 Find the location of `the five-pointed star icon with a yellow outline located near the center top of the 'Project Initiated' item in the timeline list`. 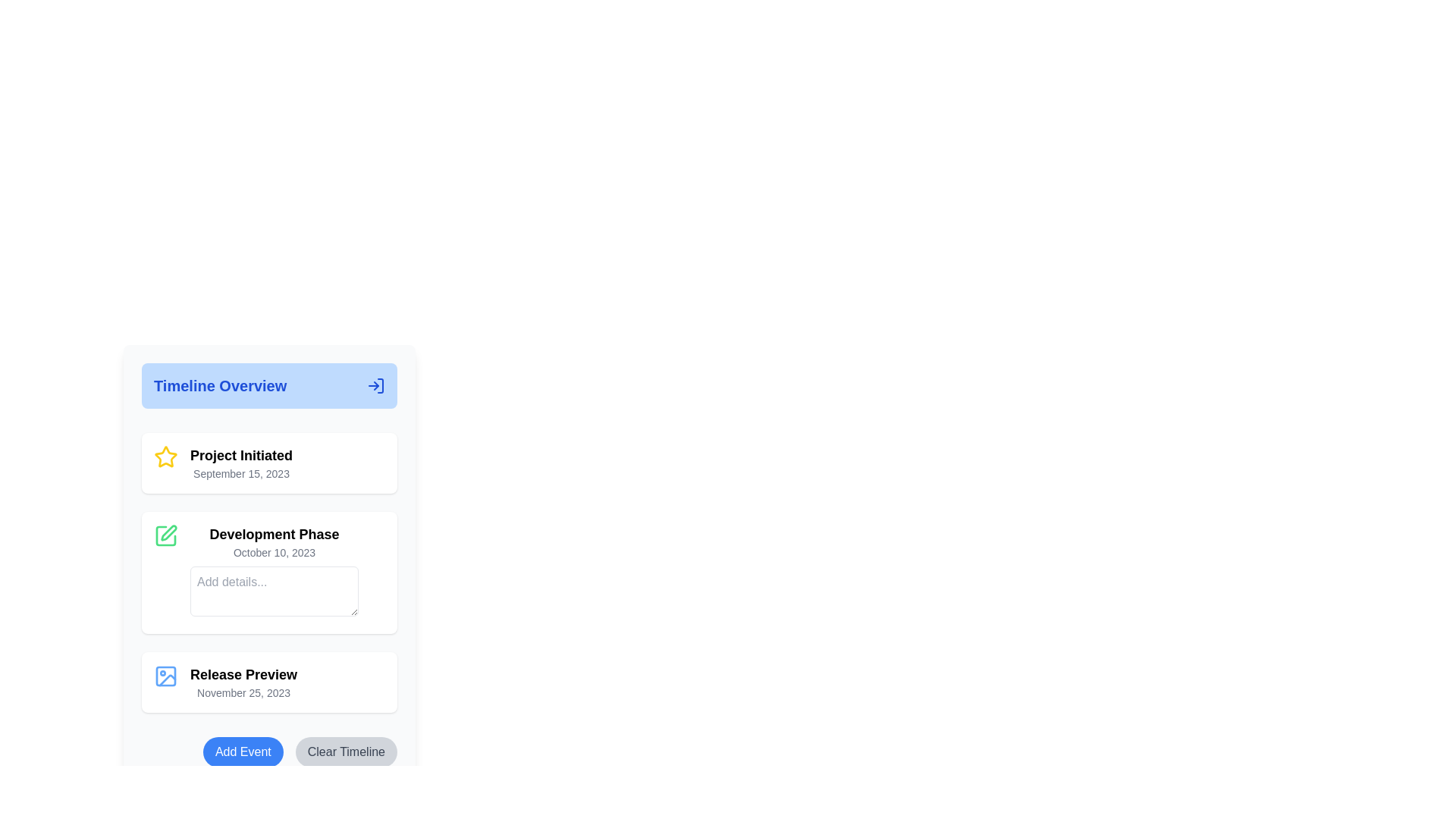

the five-pointed star icon with a yellow outline located near the center top of the 'Project Initiated' item in the timeline list is located at coordinates (166, 456).